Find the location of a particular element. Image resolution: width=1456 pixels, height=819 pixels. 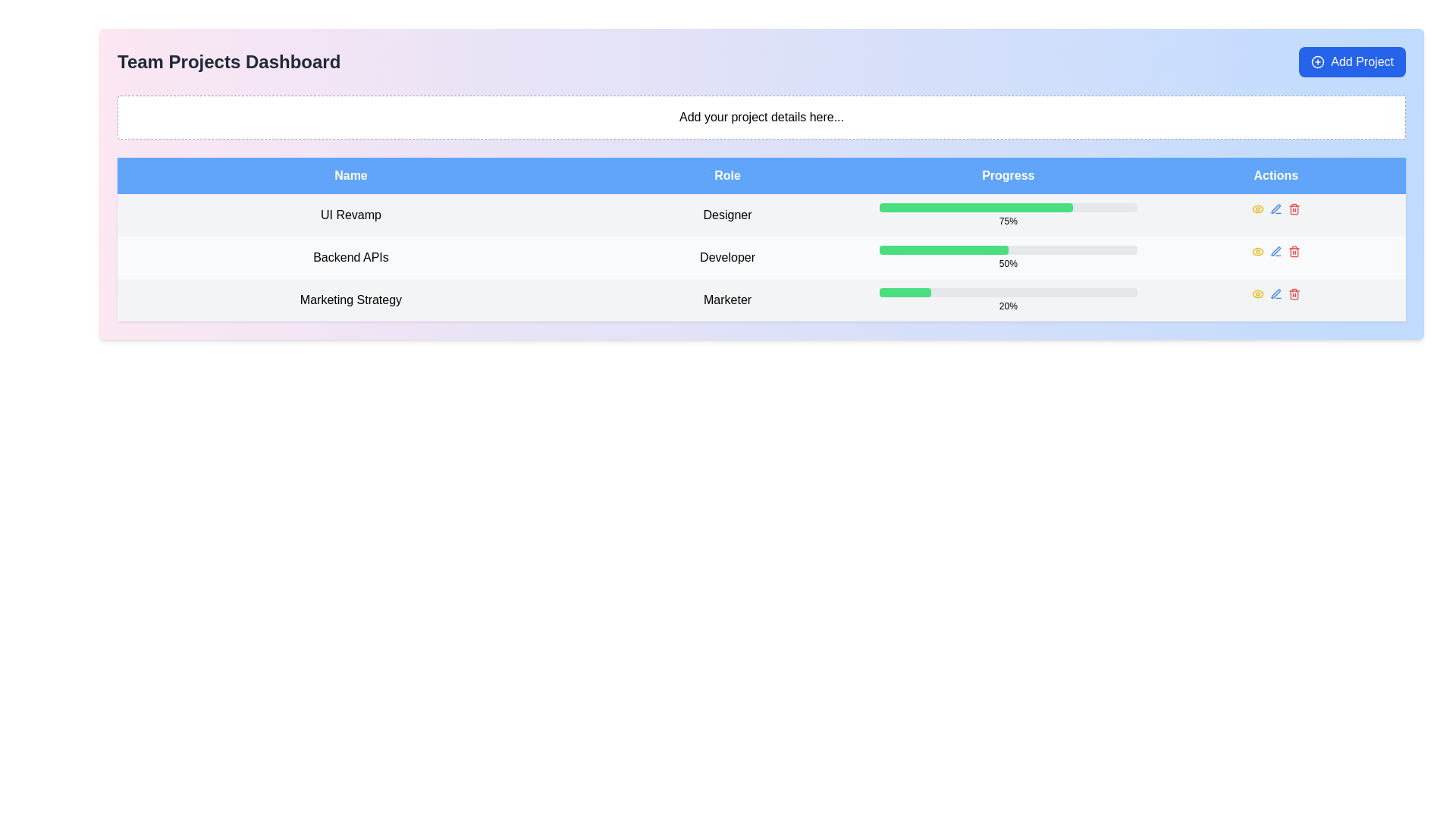

the Static Text Label displaying 'UI Revamp' located in the first column of the first data row under the 'Name' header is located at coordinates (350, 215).